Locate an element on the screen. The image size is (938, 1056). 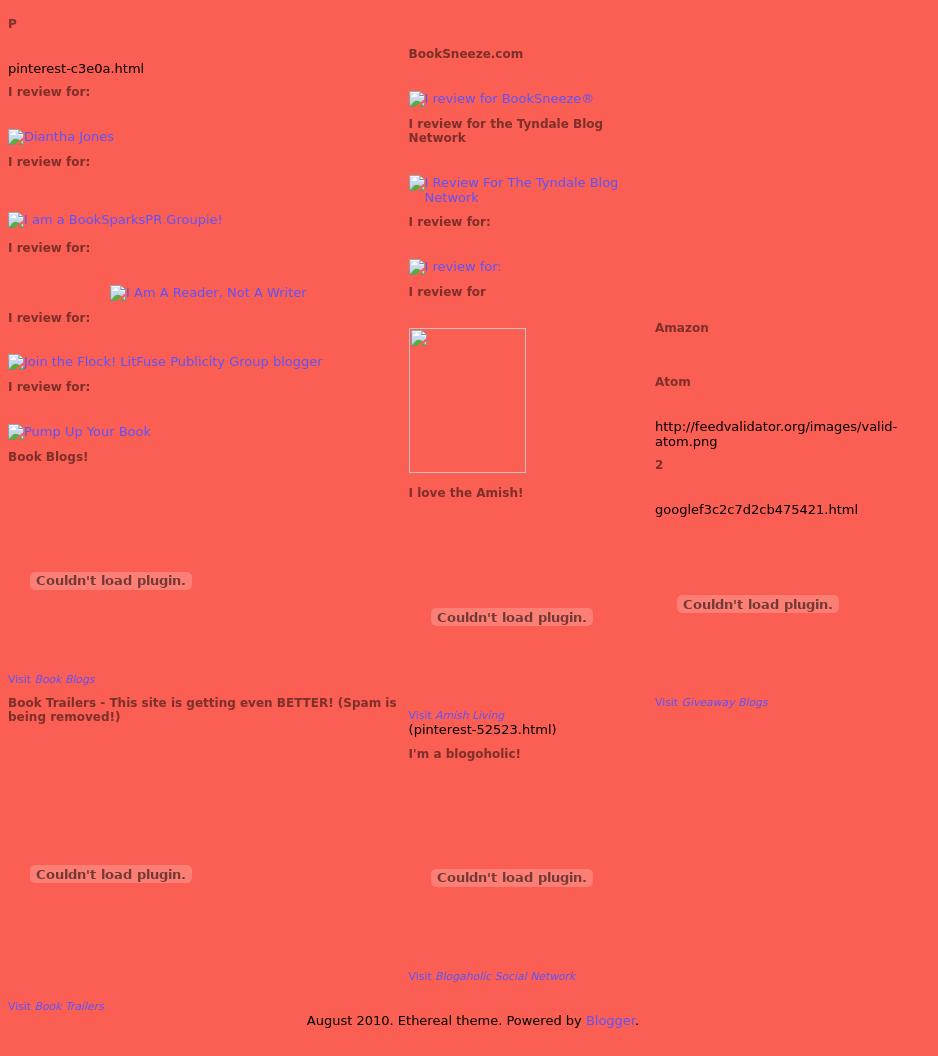
'Blogaholic Social Network' is located at coordinates (504, 975).